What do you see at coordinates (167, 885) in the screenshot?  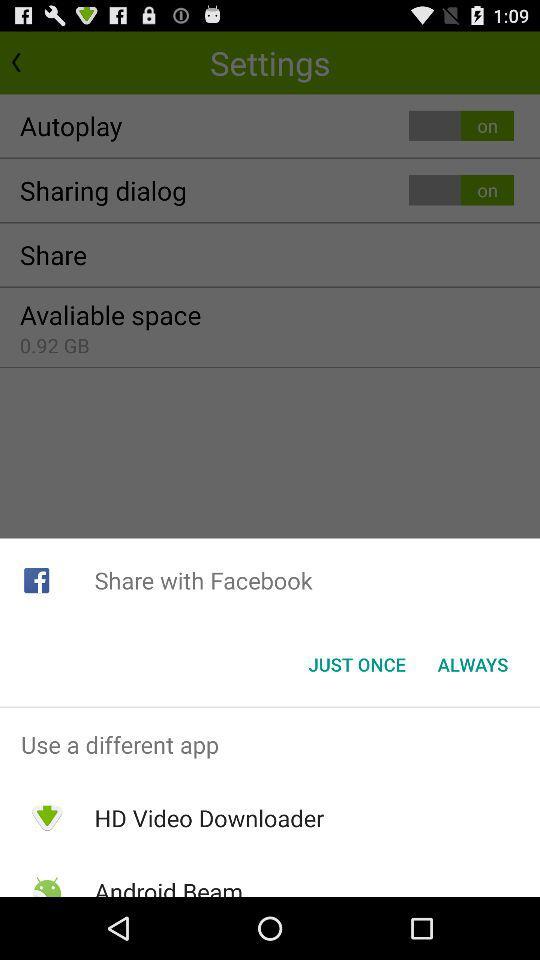 I see `the app below hd video downloader app` at bounding box center [167, 885].